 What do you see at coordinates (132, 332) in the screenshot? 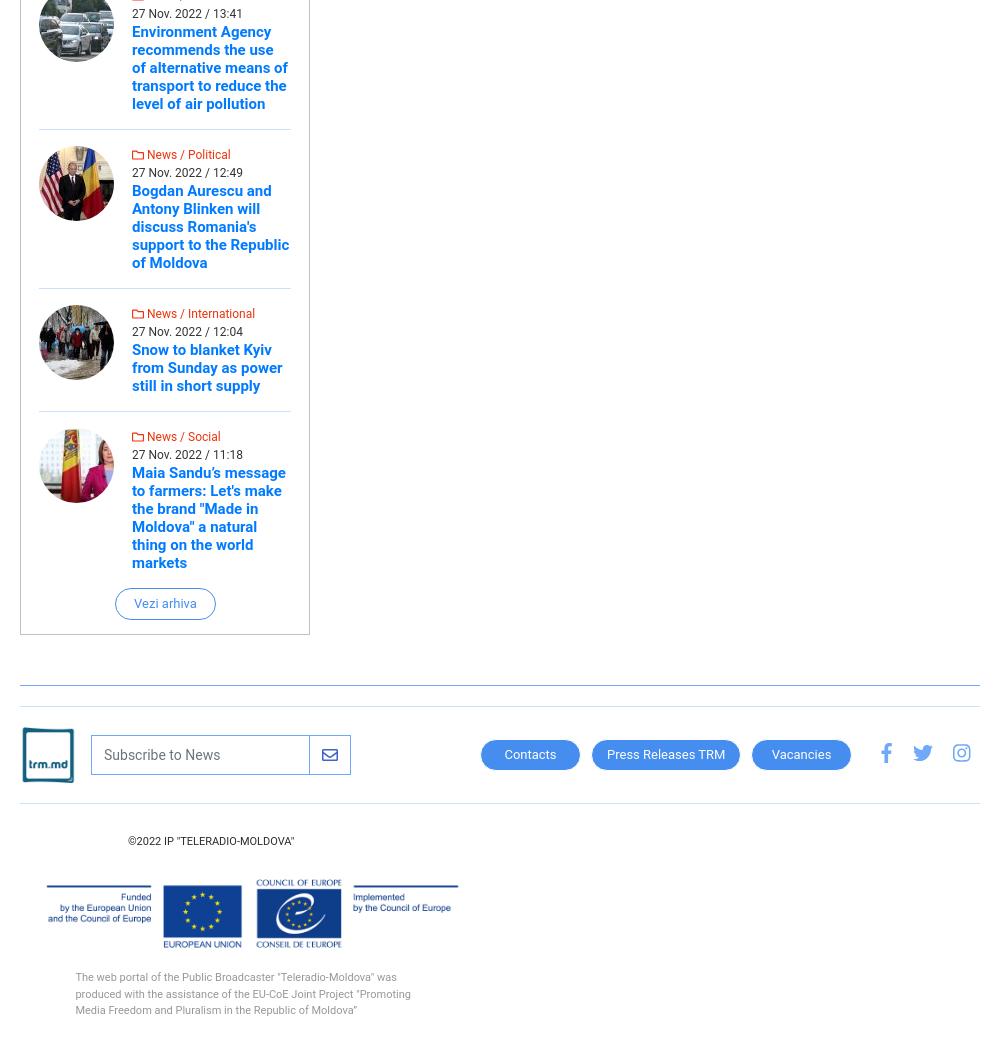
I see `'27 Nov. 2022 / 12:04'` at bounding box center [132, 332].